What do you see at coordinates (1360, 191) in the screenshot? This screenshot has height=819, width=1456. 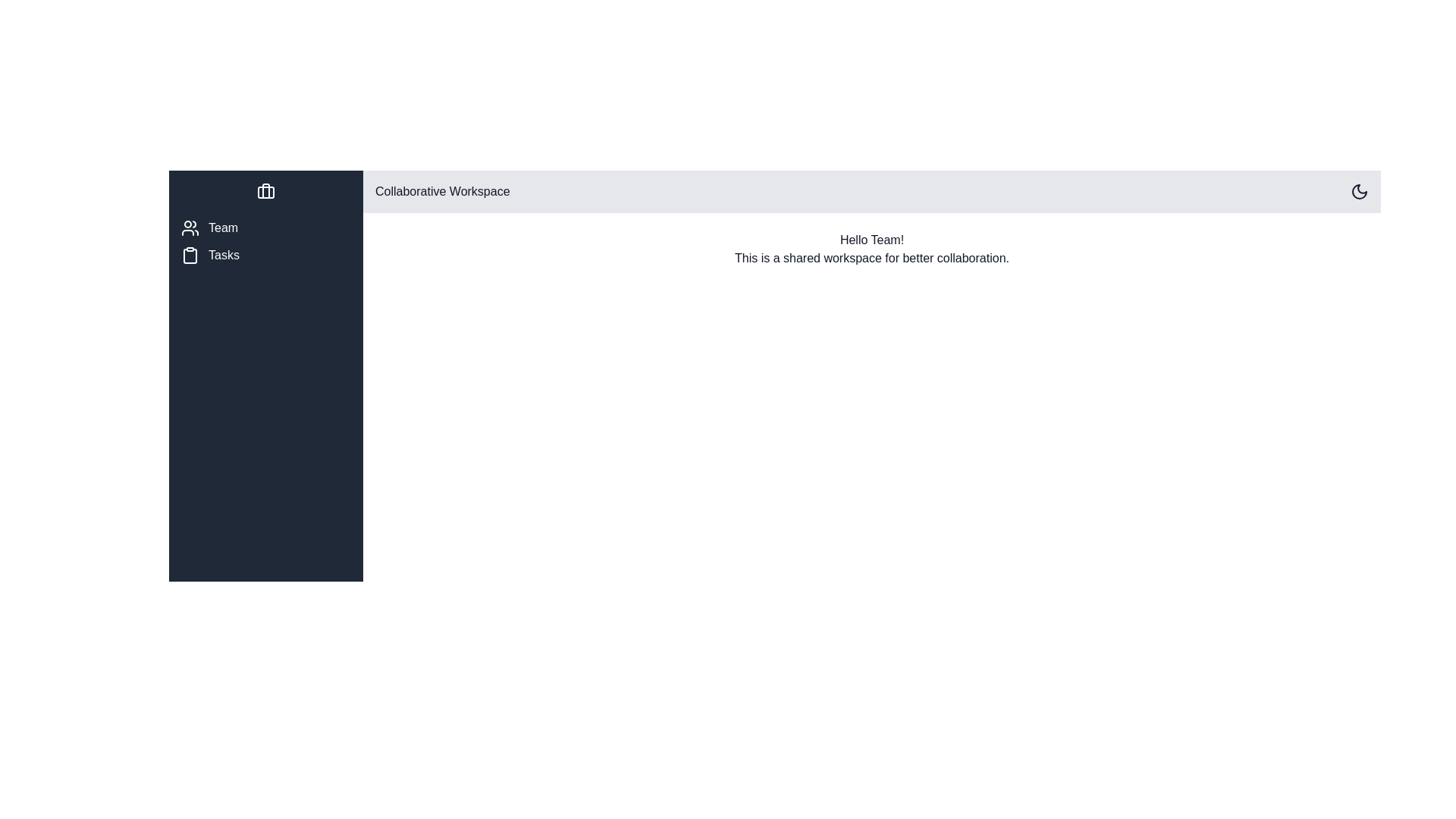 I see `the crescent moon icon button located at the far right of the 'Collaborative Workspace' bar` at bounding box center [1360, 191].